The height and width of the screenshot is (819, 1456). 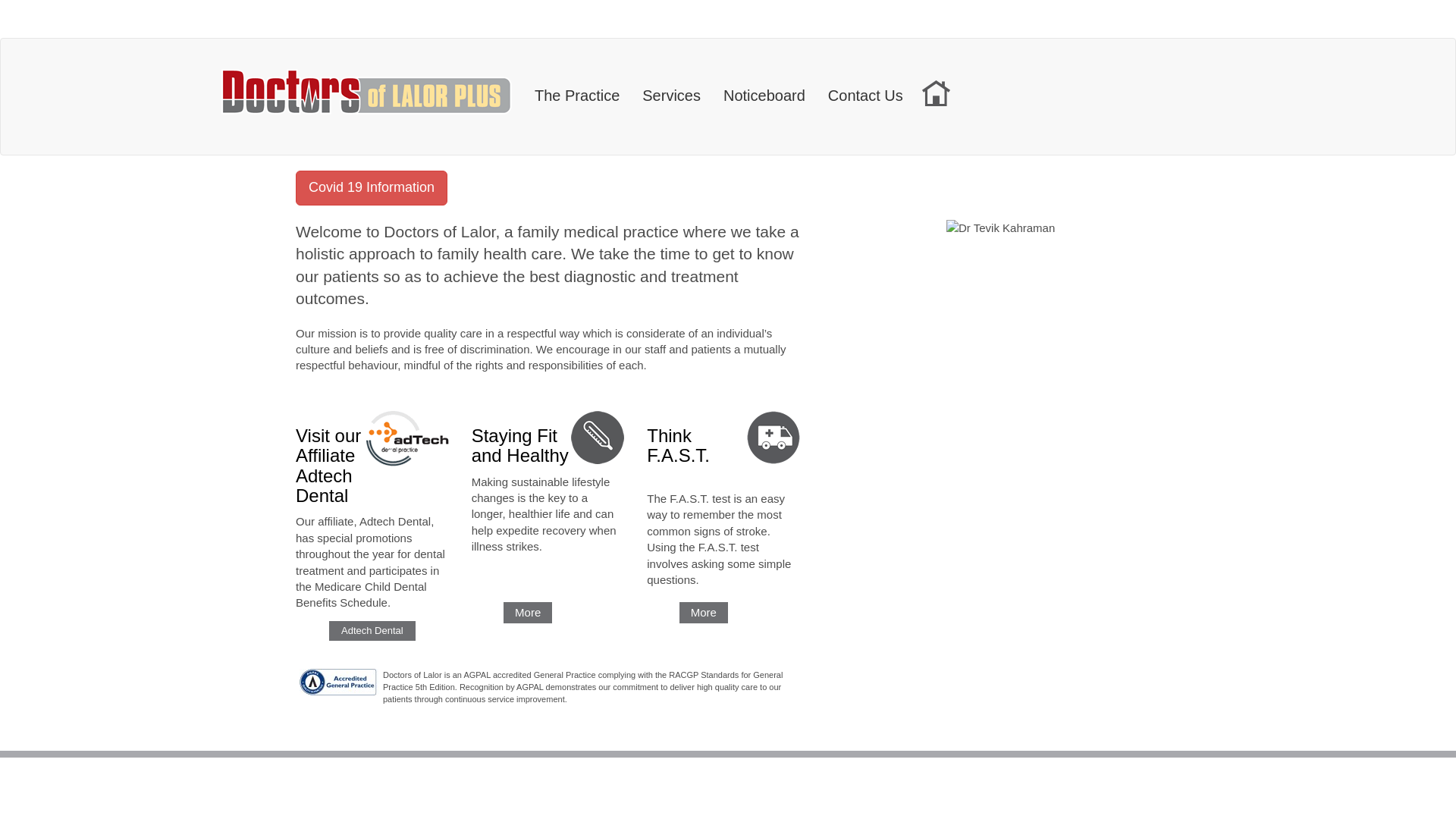 What do you see at coordinates (372, 631) in the screenshot?
I see `'Adtech Dental'` at bounding box center [372, 631].